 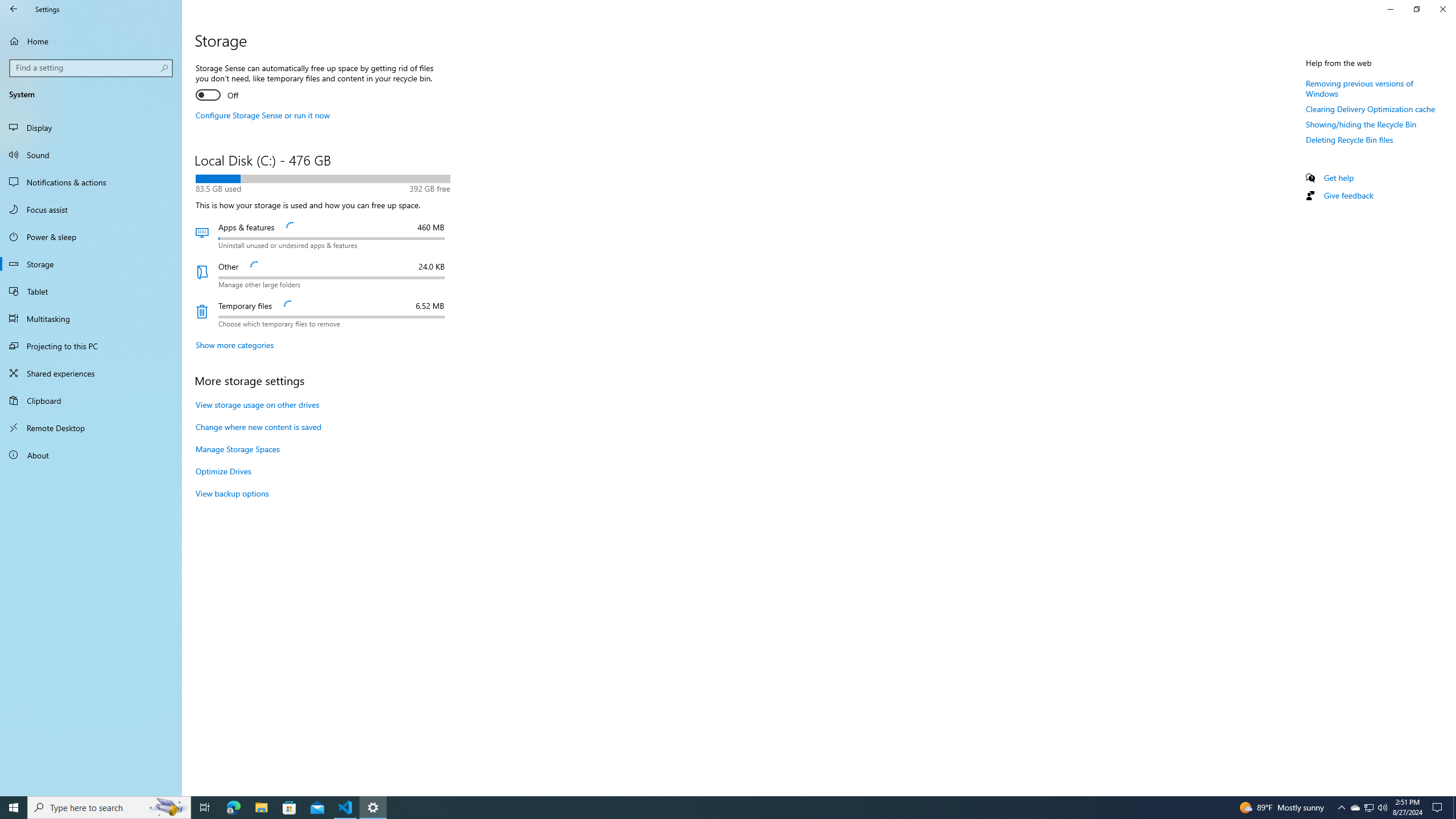 What do you see at coordinates (1360, 124) in the screenshot?
I see `'Showing/hiding the Recycle Bin'` at bounding box center [1360, 124].